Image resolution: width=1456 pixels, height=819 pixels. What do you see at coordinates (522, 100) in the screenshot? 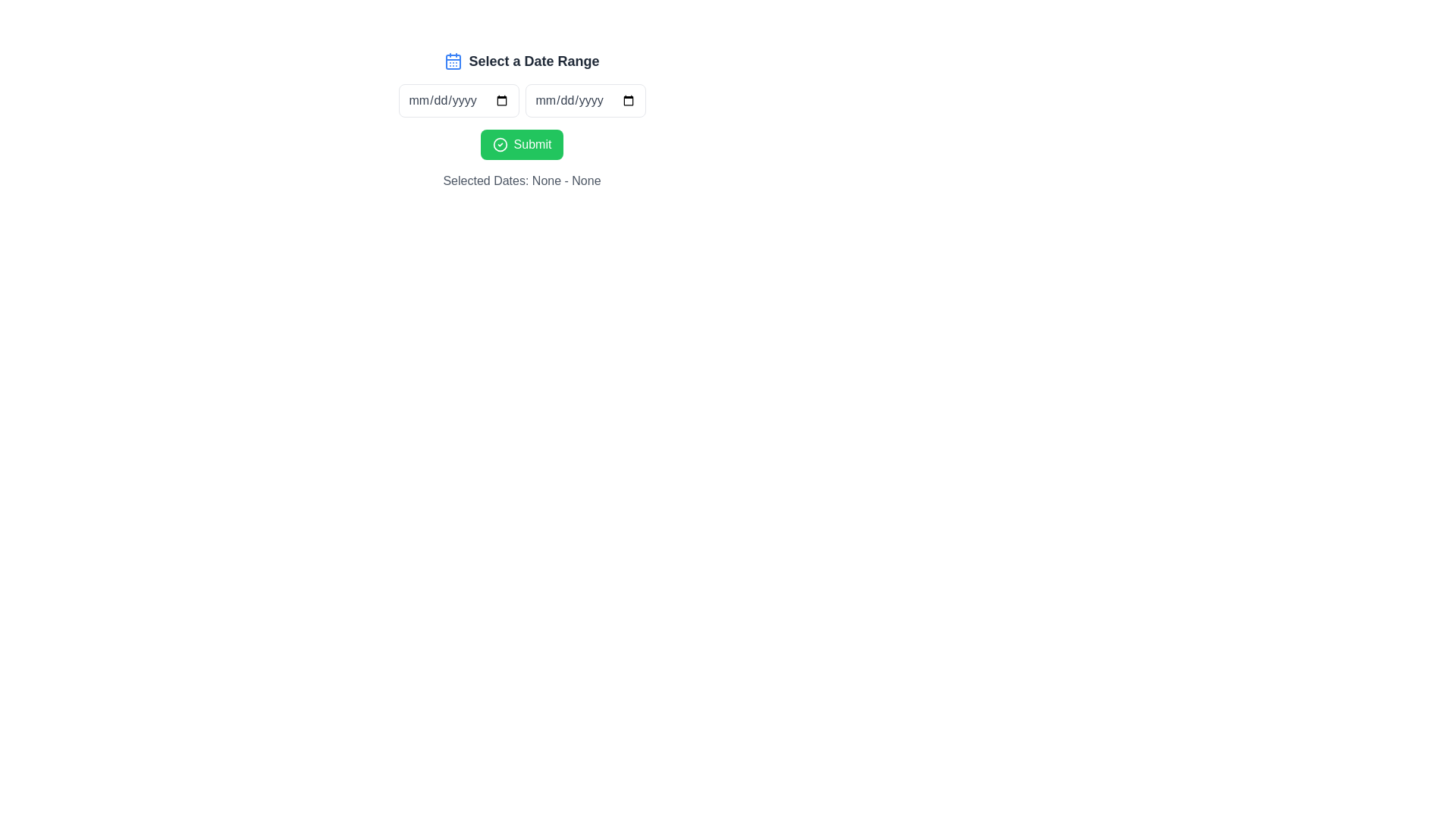
I see `the Date range selection field group` at bounding box center [522, 100].